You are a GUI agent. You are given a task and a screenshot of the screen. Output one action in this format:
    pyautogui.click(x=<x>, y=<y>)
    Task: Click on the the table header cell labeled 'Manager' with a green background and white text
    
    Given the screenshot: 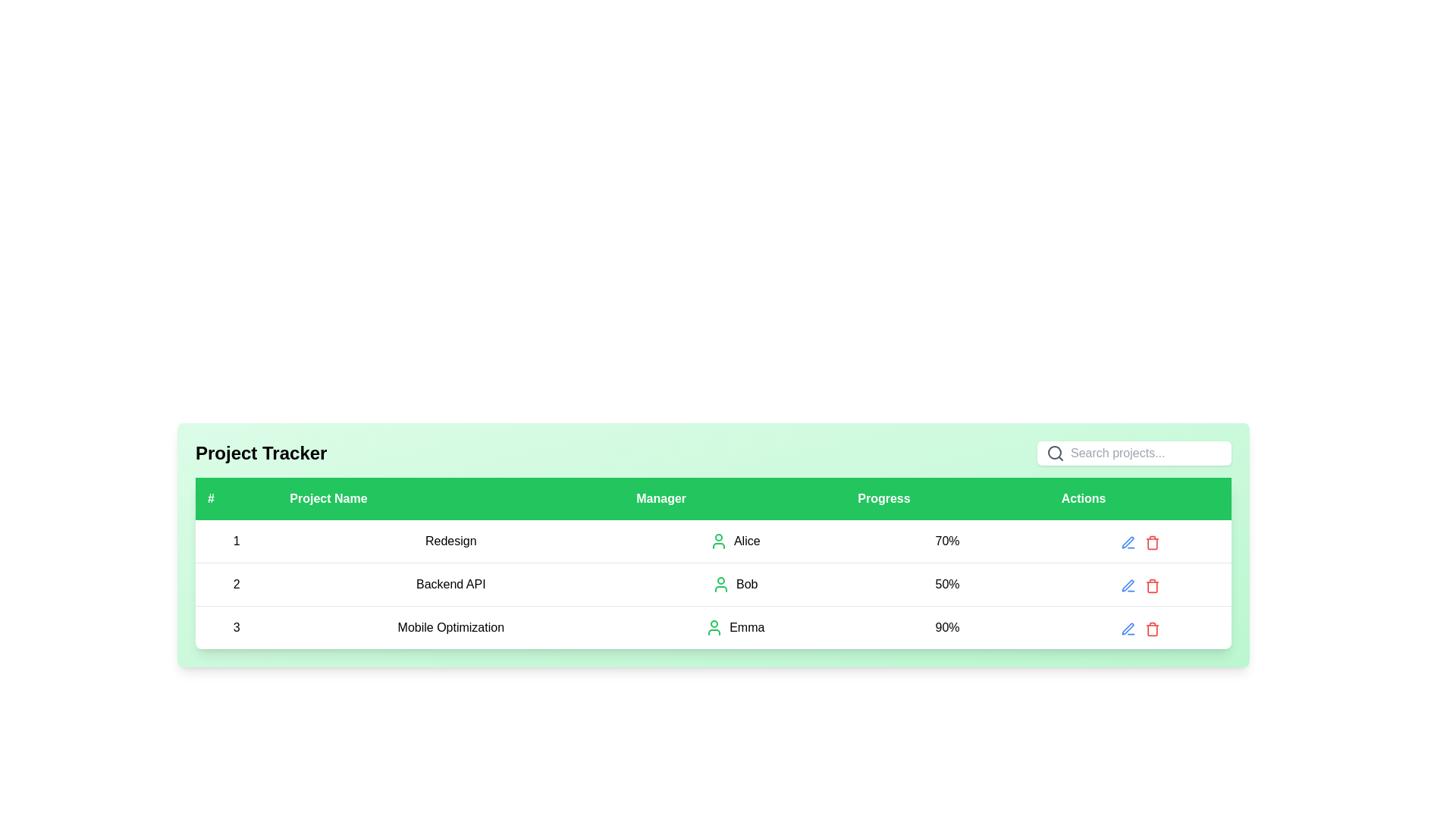 What is the action you would take?
    pyautogui.click(x=735, y=499)
    